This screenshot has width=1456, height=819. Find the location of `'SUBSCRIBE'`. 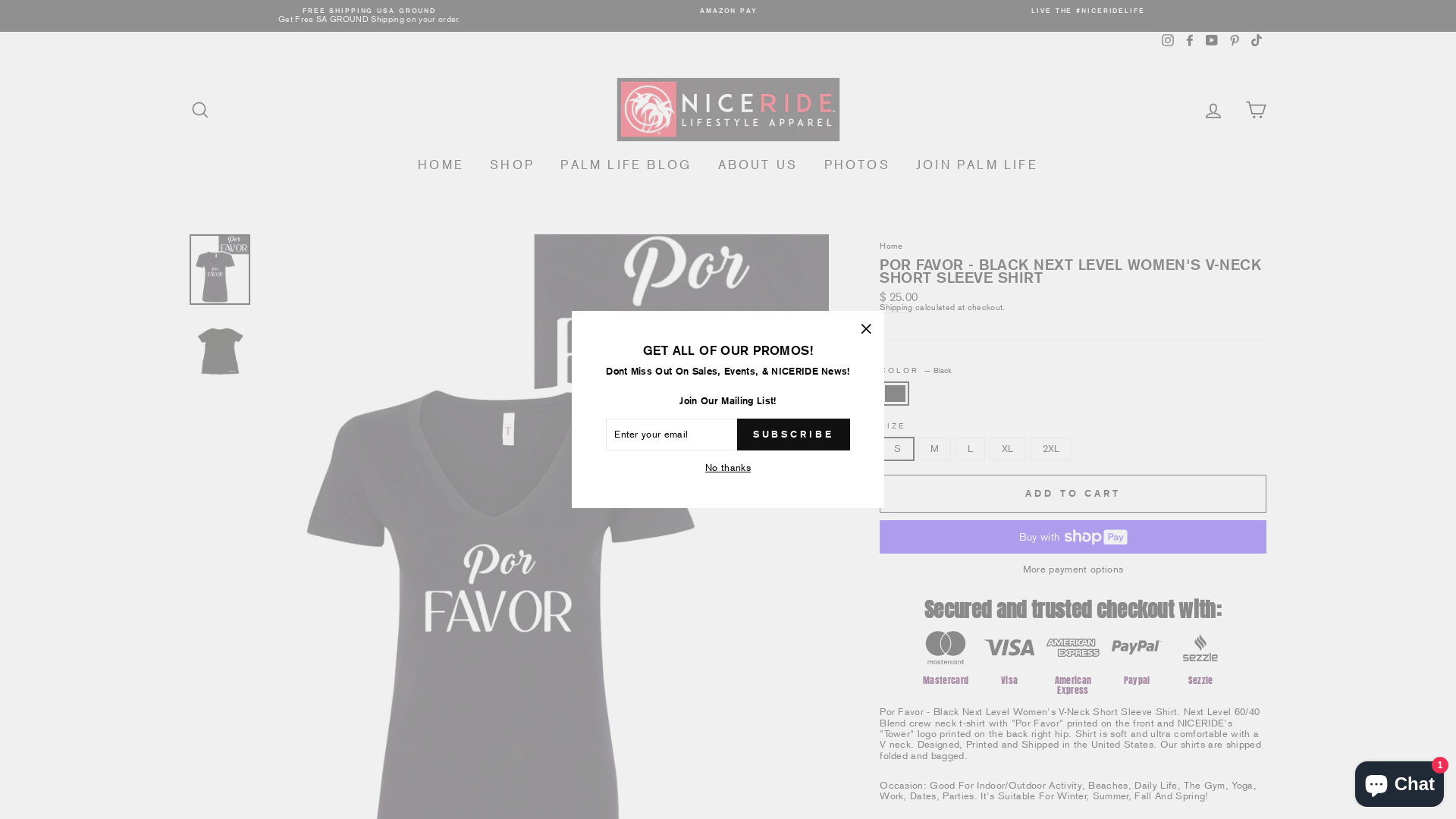

'SUBSCRIBE' is located at coordinates (736, 435).